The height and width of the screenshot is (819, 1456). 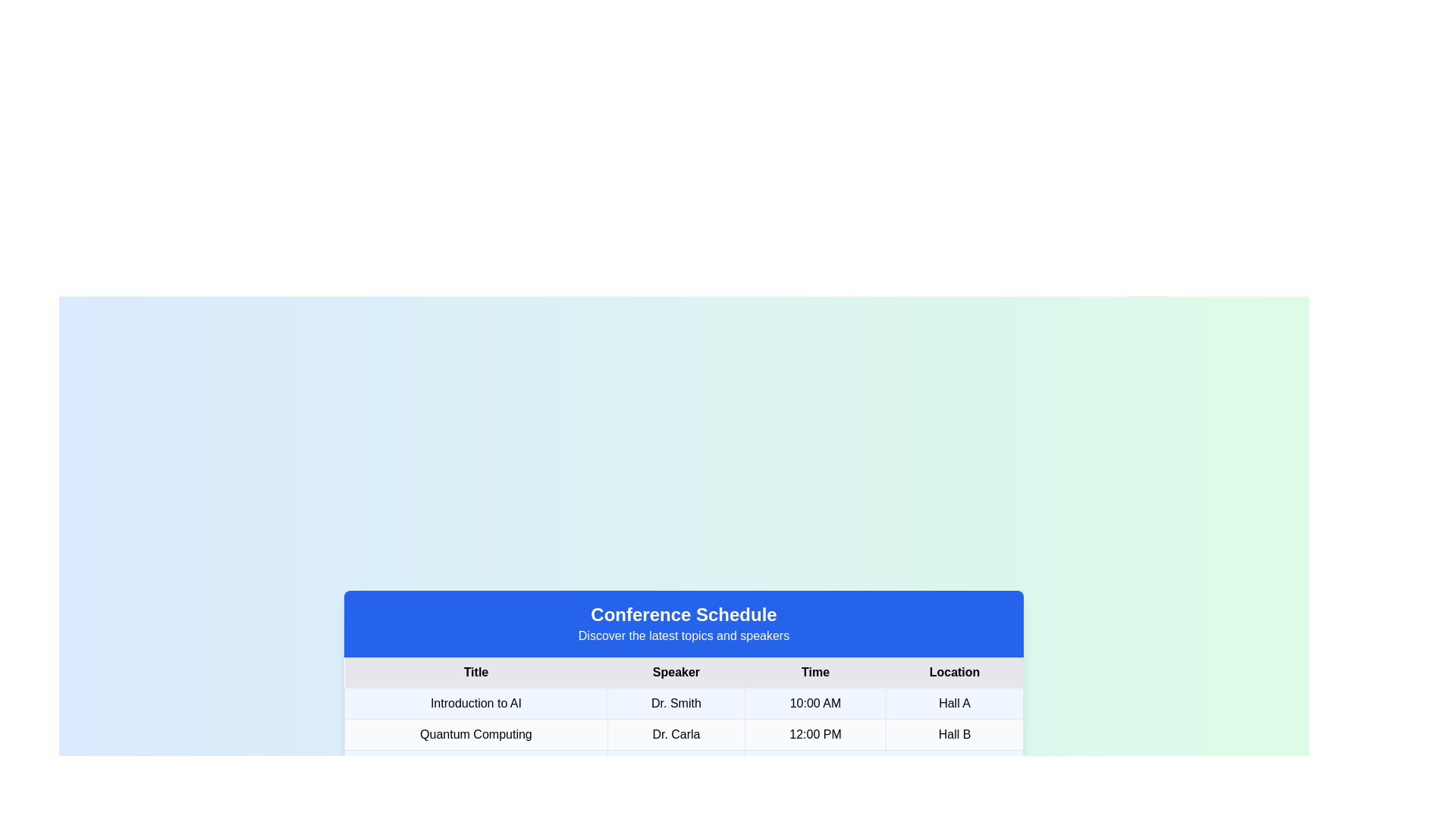 I want to click on the text label displaying '12:00 PM' in the 'Time' column of the 'Quantum Computing' event in the conference schedule table, so click(x=814, y=733).